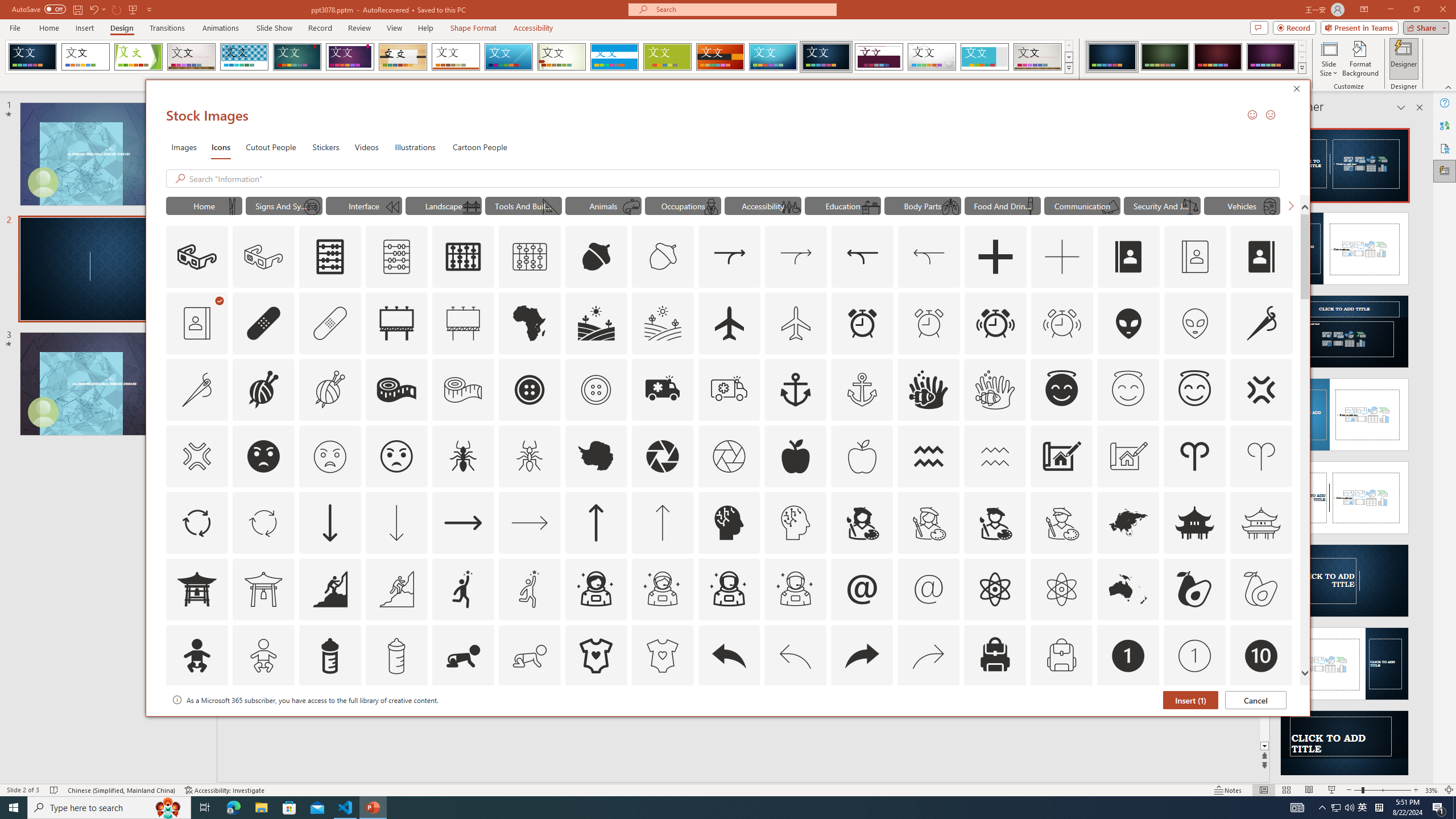 This screenshot has height=819, width=1456. What do you see at coordinates (197, 257) in the screenshot?
I see `'AutomationID: Icons_3dGlasses'` at bounding box center [197, 257].